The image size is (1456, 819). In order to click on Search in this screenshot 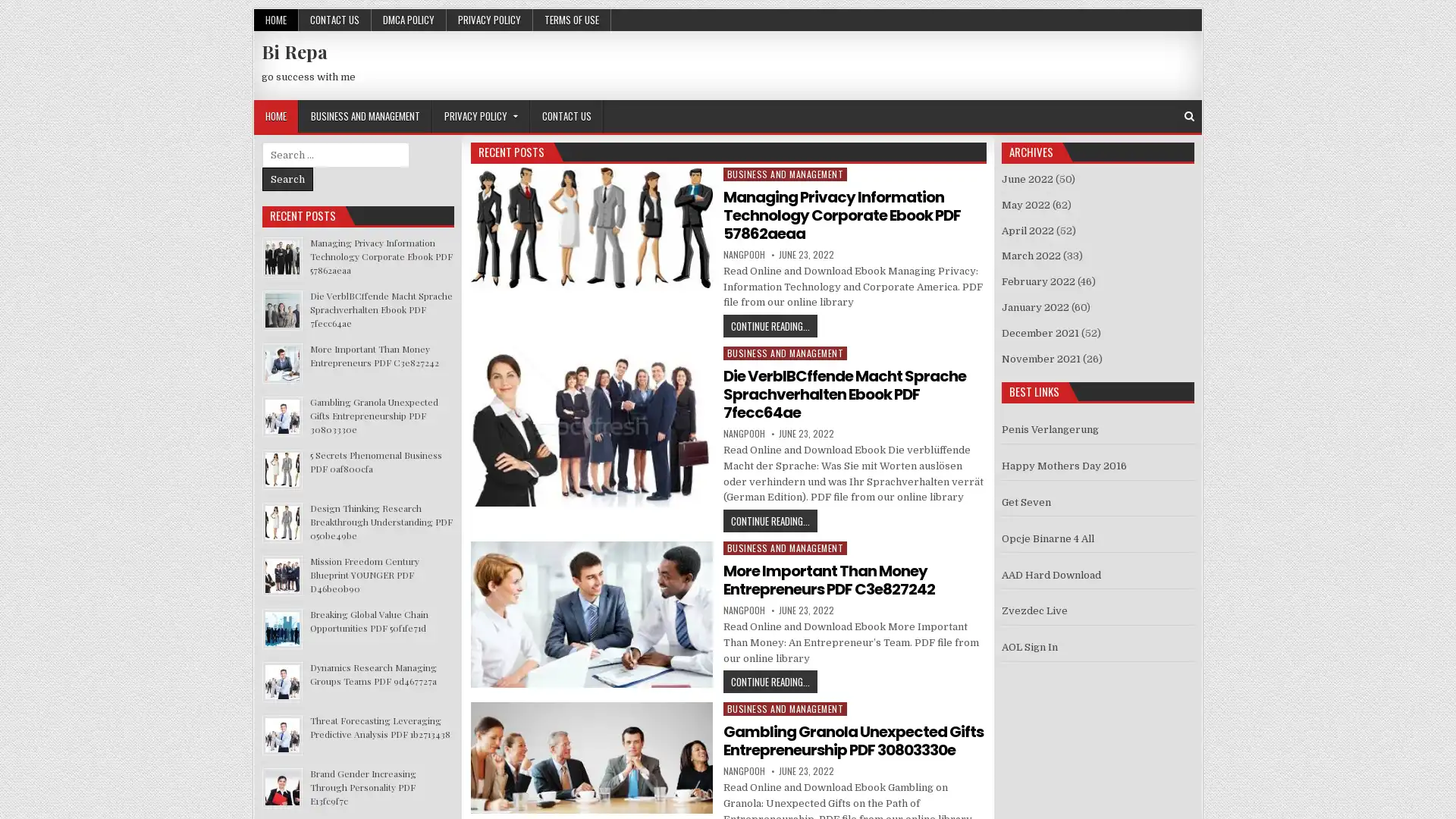, I will do `click(287, 178)`.